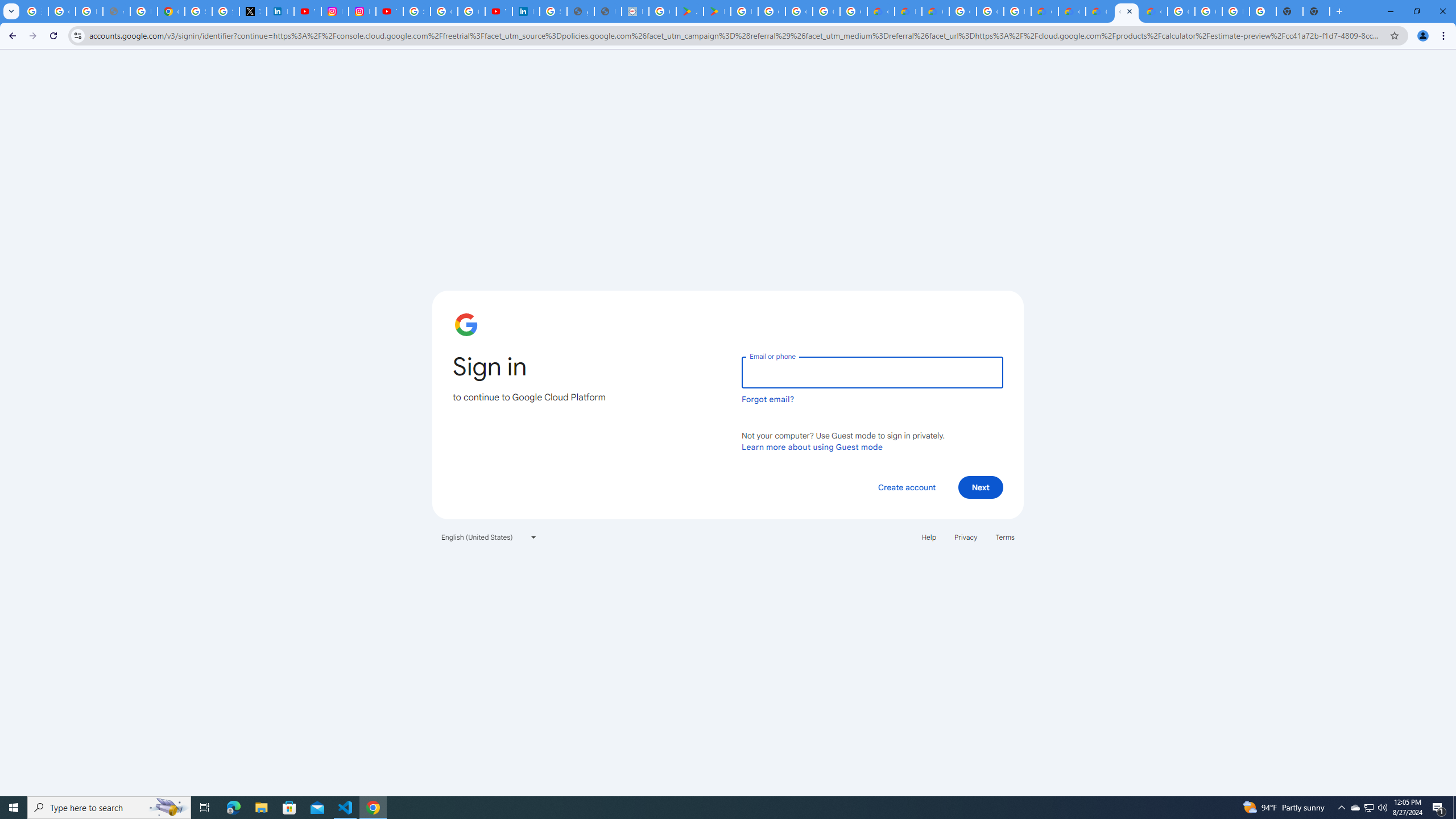 The width and height of the screenshot is (1456, 819). What do you see at coordinates (716, 11) in the screenshot?
I see `'PAW Patrol Rescue World - Apps on Google Play'` at bounding box center [716, 11].